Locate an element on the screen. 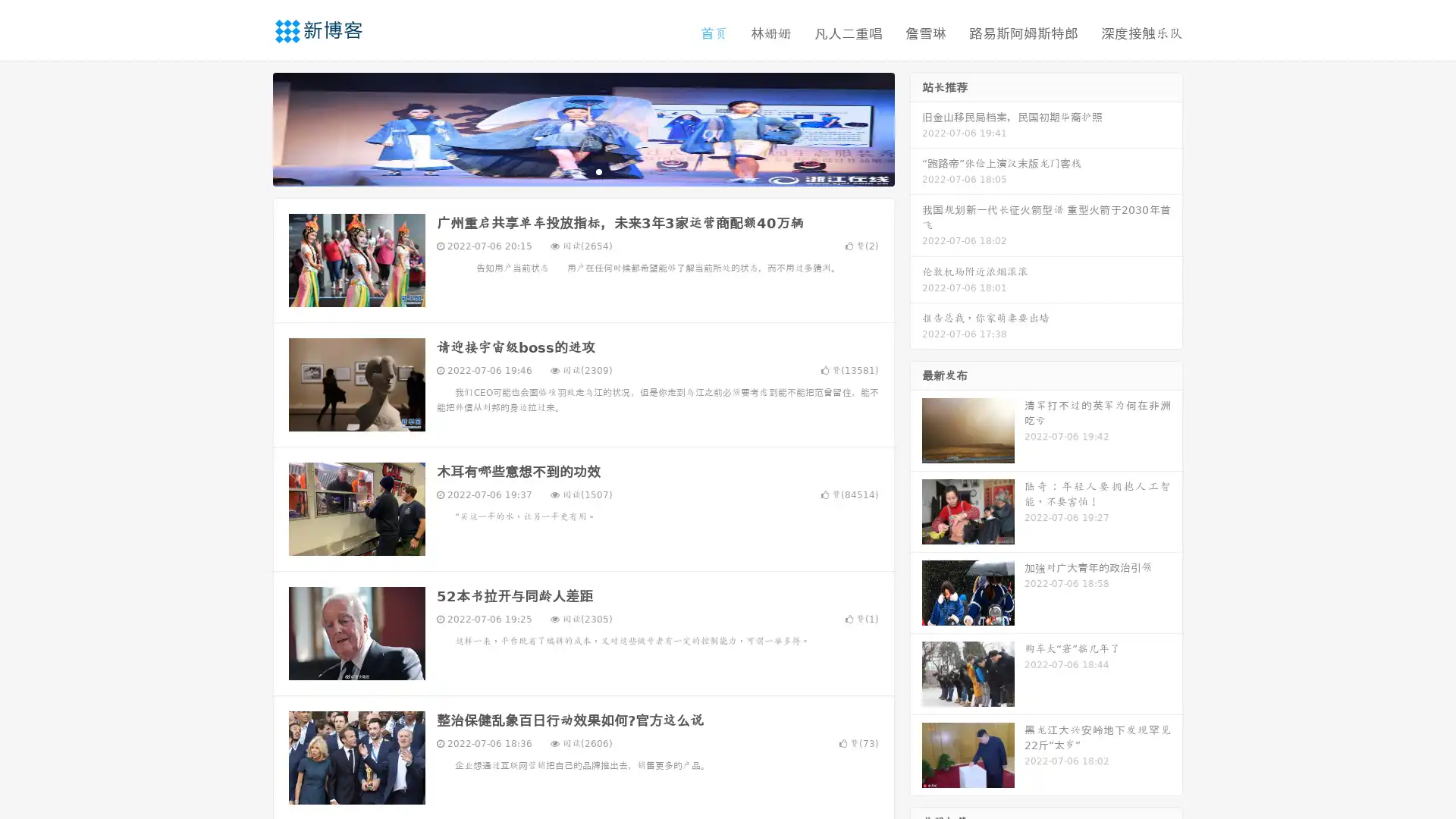 The width and height of the screenshot is (1456, 819). Go to slide 3 is located at coordinates (598, 171).